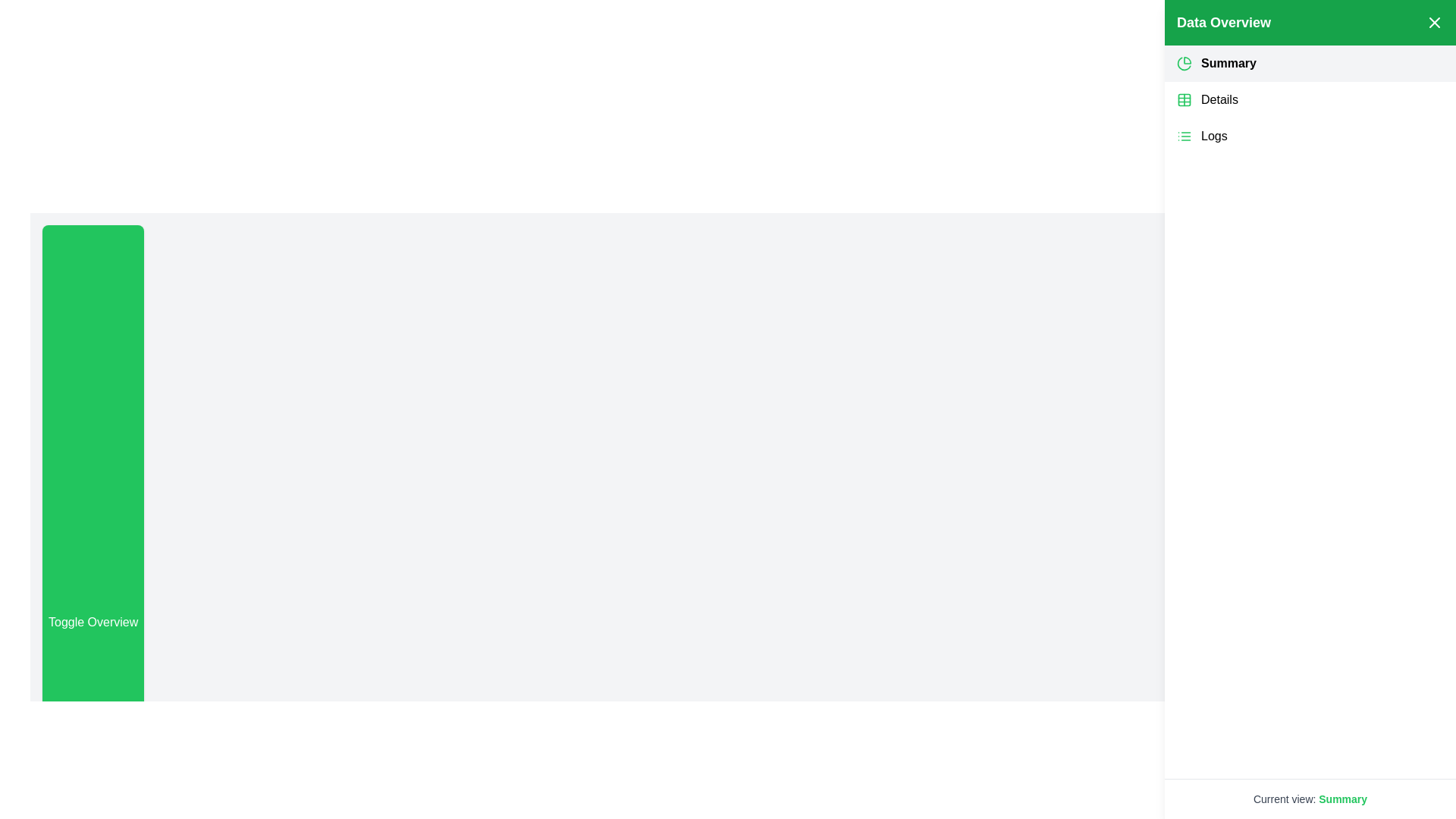  What do you see at coordinates (1223, 23) in the screenshot?
I see `the static label that displays the title 'Data Overview' located in the green header bar at the top-right corner of the interface` at bounding box center [1223, 23].